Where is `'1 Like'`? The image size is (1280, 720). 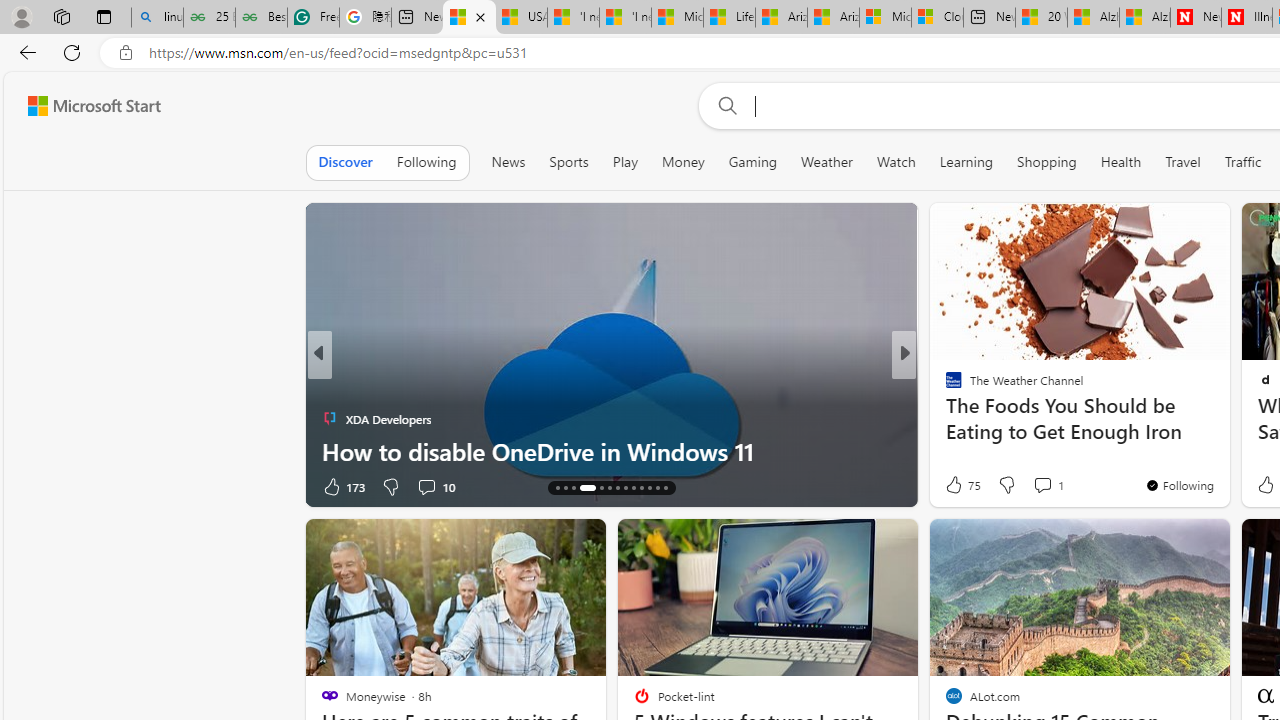 '1 Like' is located at coordinates (951, 486).